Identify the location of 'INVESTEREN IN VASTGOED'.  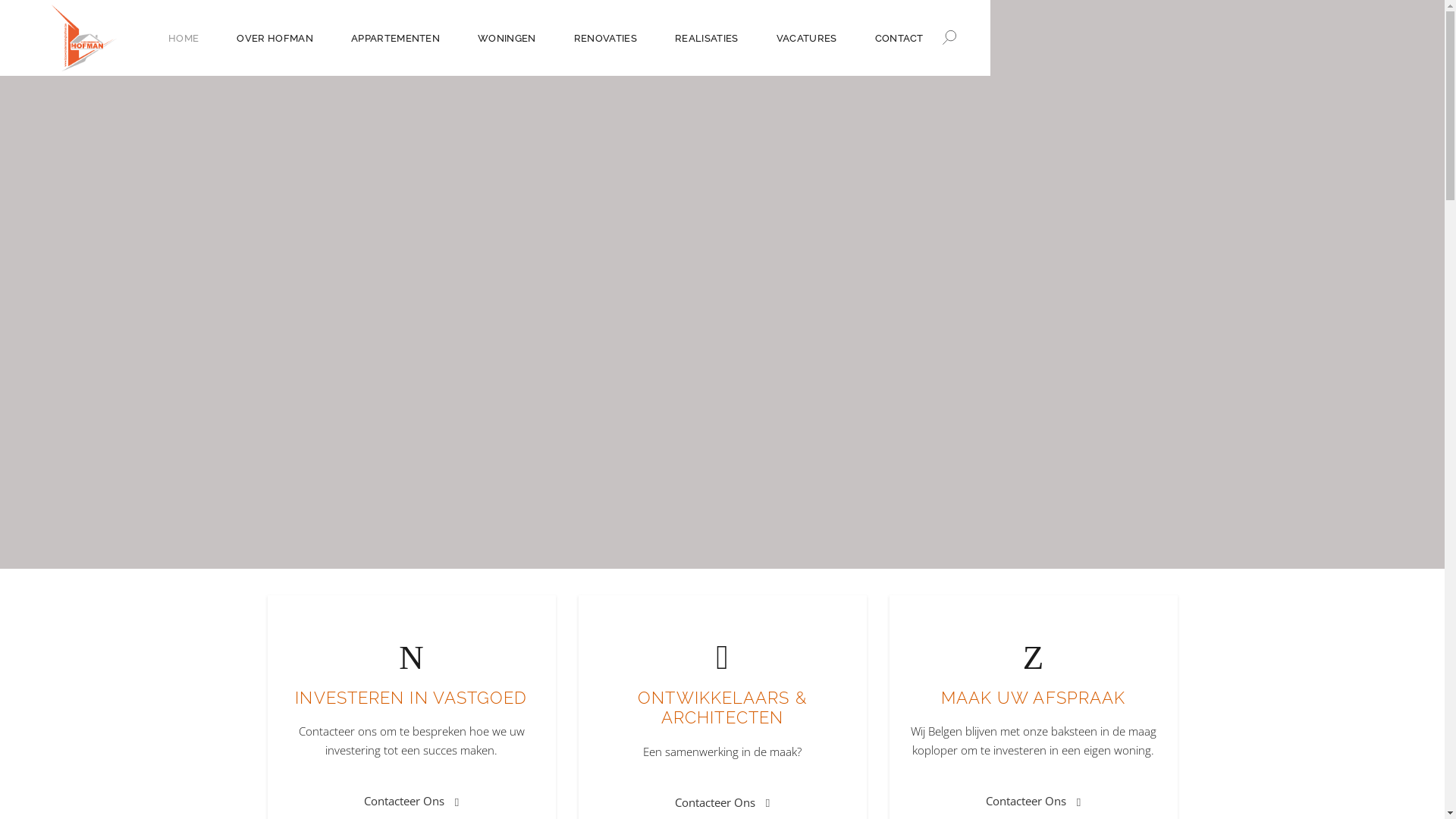
(411, 698).